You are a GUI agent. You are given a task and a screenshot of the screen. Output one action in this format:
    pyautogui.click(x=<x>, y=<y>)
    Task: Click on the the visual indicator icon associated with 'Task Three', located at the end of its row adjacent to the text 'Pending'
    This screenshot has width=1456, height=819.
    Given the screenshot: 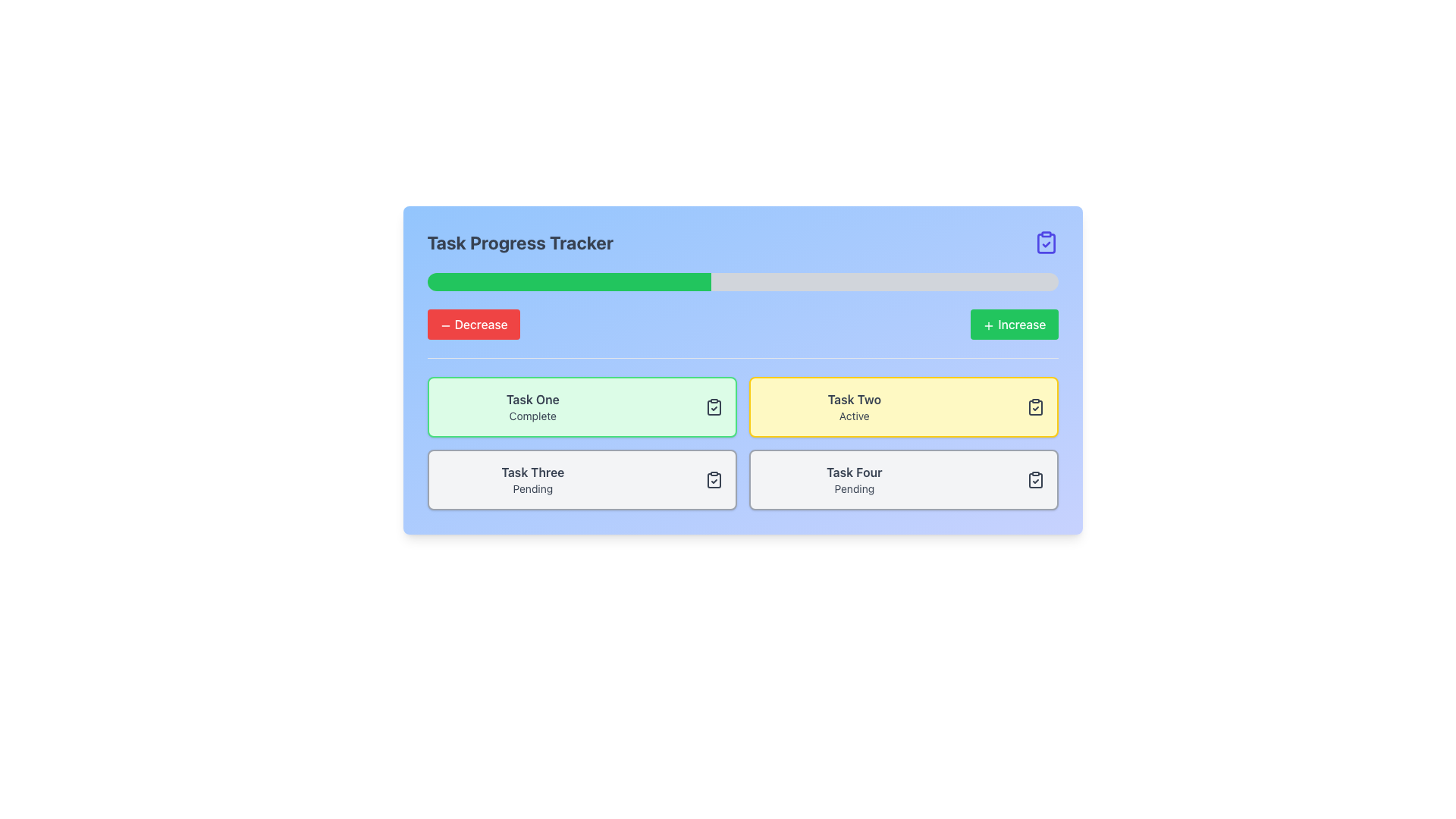 What is the action you would take?
    pyautogui.click(x=713, y=479)
    